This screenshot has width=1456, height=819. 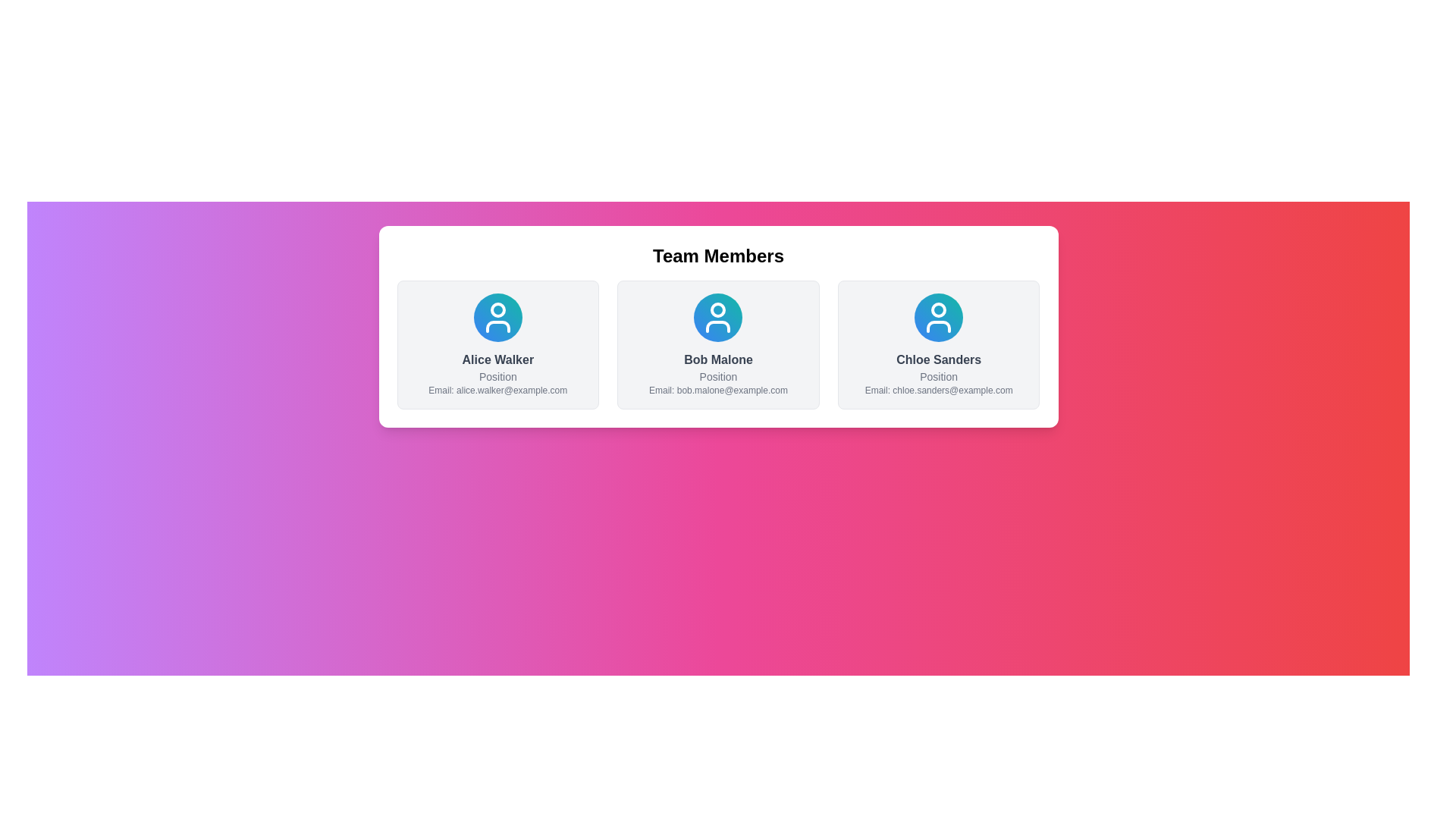 I want to click on the static text label displaying the email address associated with 'Alice Walker', located at the bottom of her card, so click(x=497, y=390).